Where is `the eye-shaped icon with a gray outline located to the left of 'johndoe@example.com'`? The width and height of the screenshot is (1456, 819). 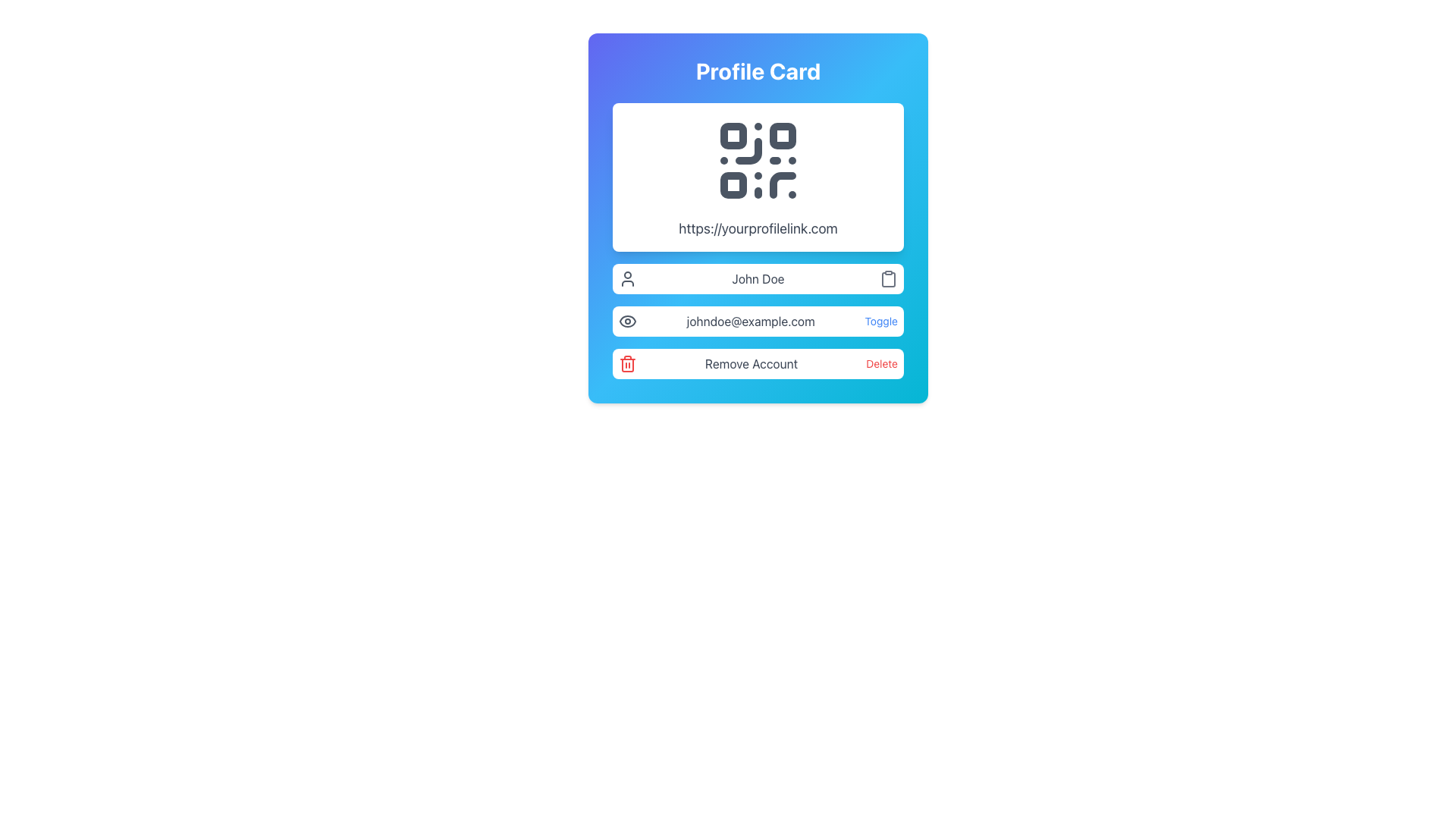 the eye-shaped icon with a gray outline located to the left of 'johndoe@example.com' is located at coordinates (628, 321).